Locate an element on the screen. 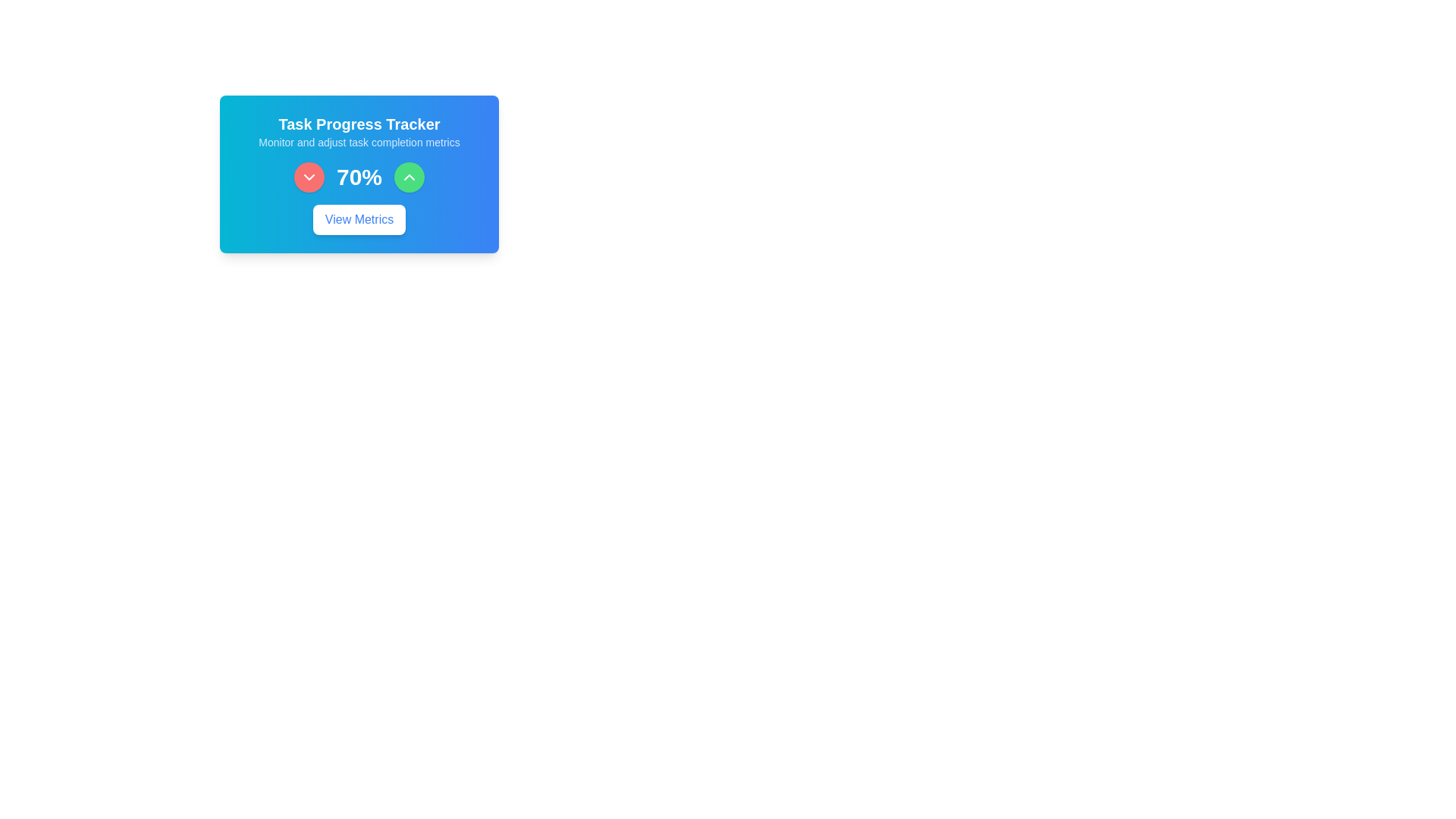 The height and width of the screenshot is (819, 1456). the chevron-up icon within the green circular button located is located at coordinates (409, 177).